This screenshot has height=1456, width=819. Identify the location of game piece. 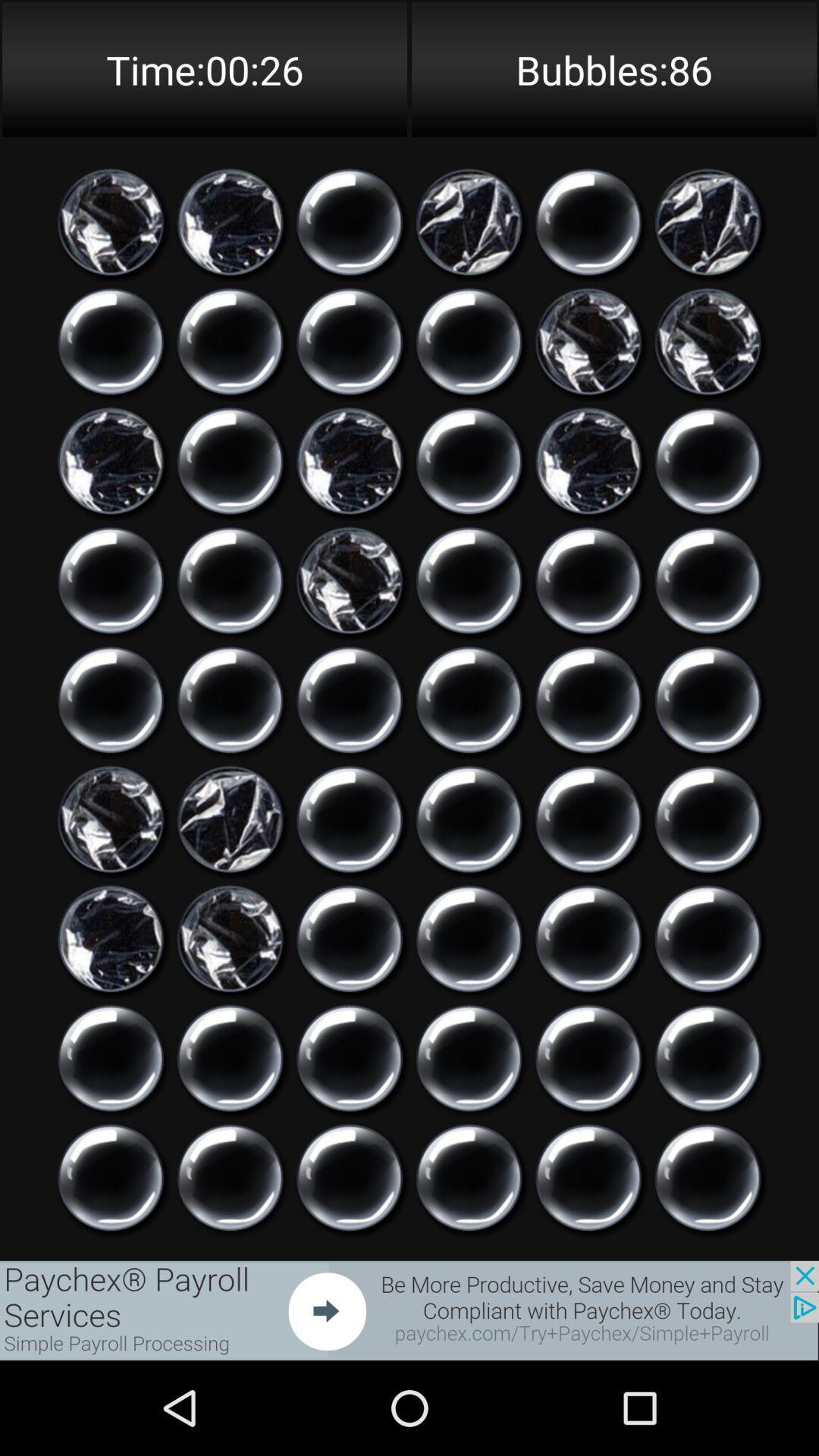
(588, 579).